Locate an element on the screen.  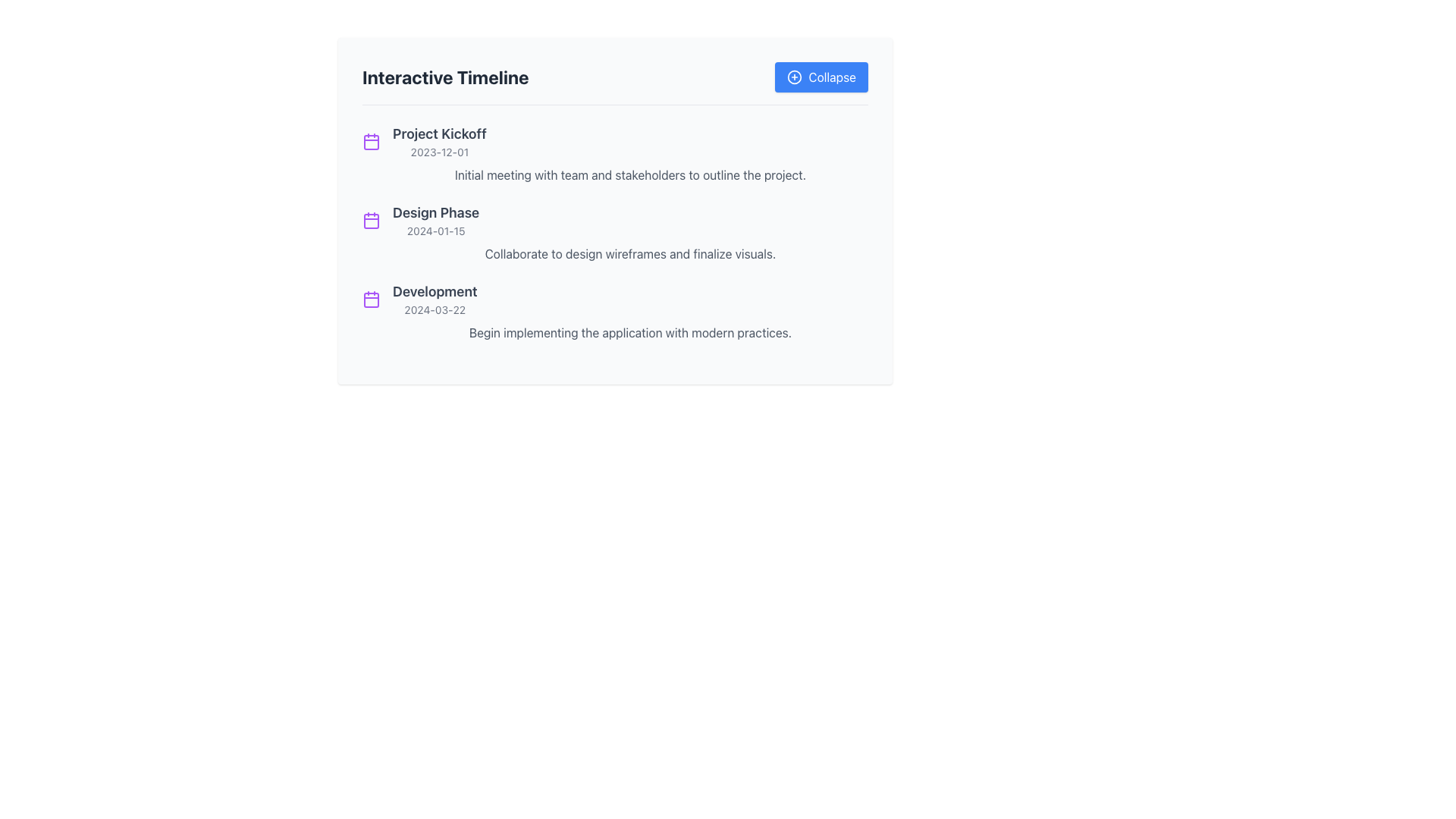
the central rectangular section of the calendar icon that represents the 'Design Phase' timeline entry is located at coordinates (371, 221).